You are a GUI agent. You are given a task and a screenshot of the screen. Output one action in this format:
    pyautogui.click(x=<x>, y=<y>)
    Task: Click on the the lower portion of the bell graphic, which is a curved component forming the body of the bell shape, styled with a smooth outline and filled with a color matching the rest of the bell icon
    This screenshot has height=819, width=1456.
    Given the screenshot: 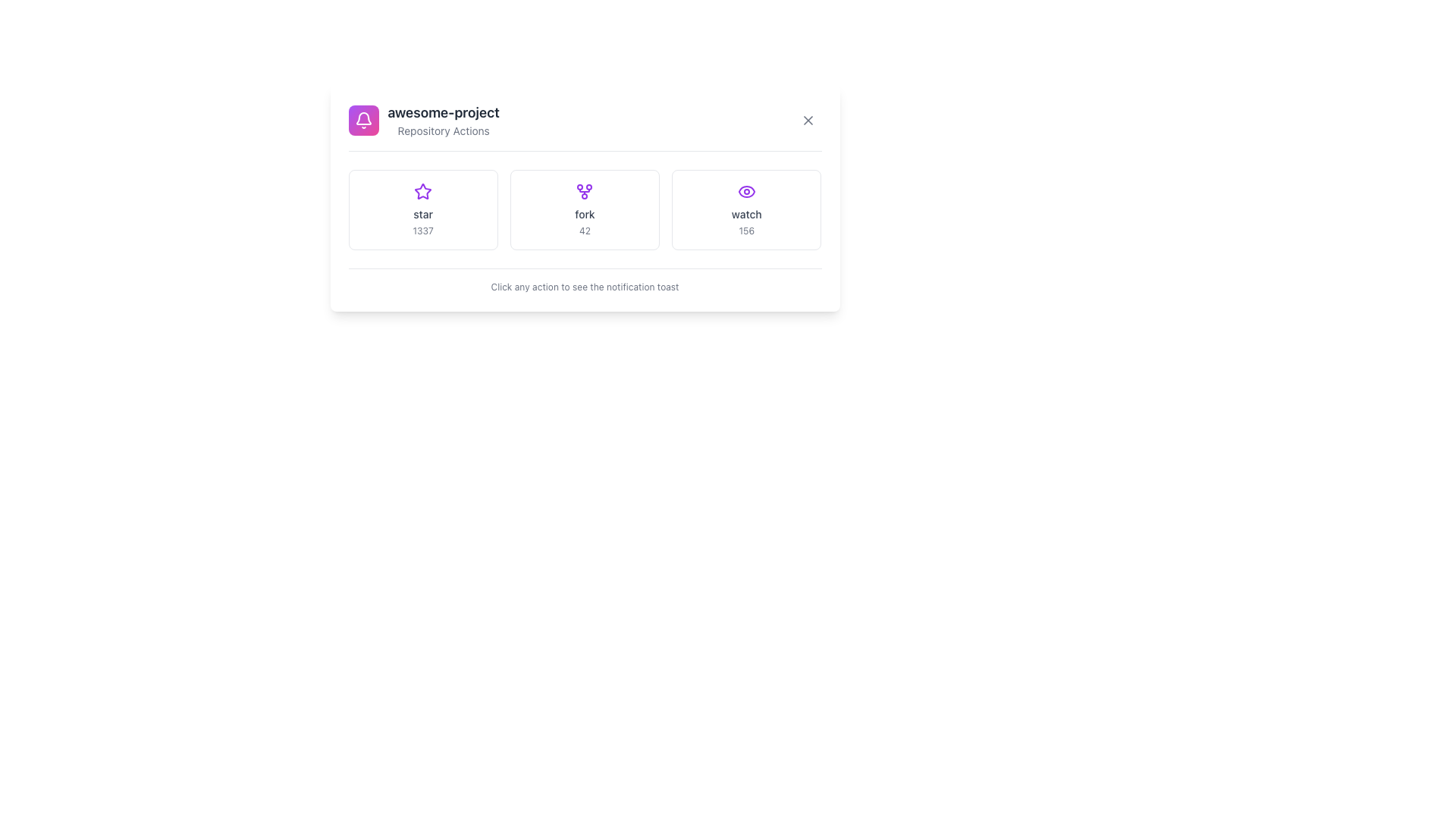 What is the action you would take?
    pyautogui.click(x=362, y=118)
    